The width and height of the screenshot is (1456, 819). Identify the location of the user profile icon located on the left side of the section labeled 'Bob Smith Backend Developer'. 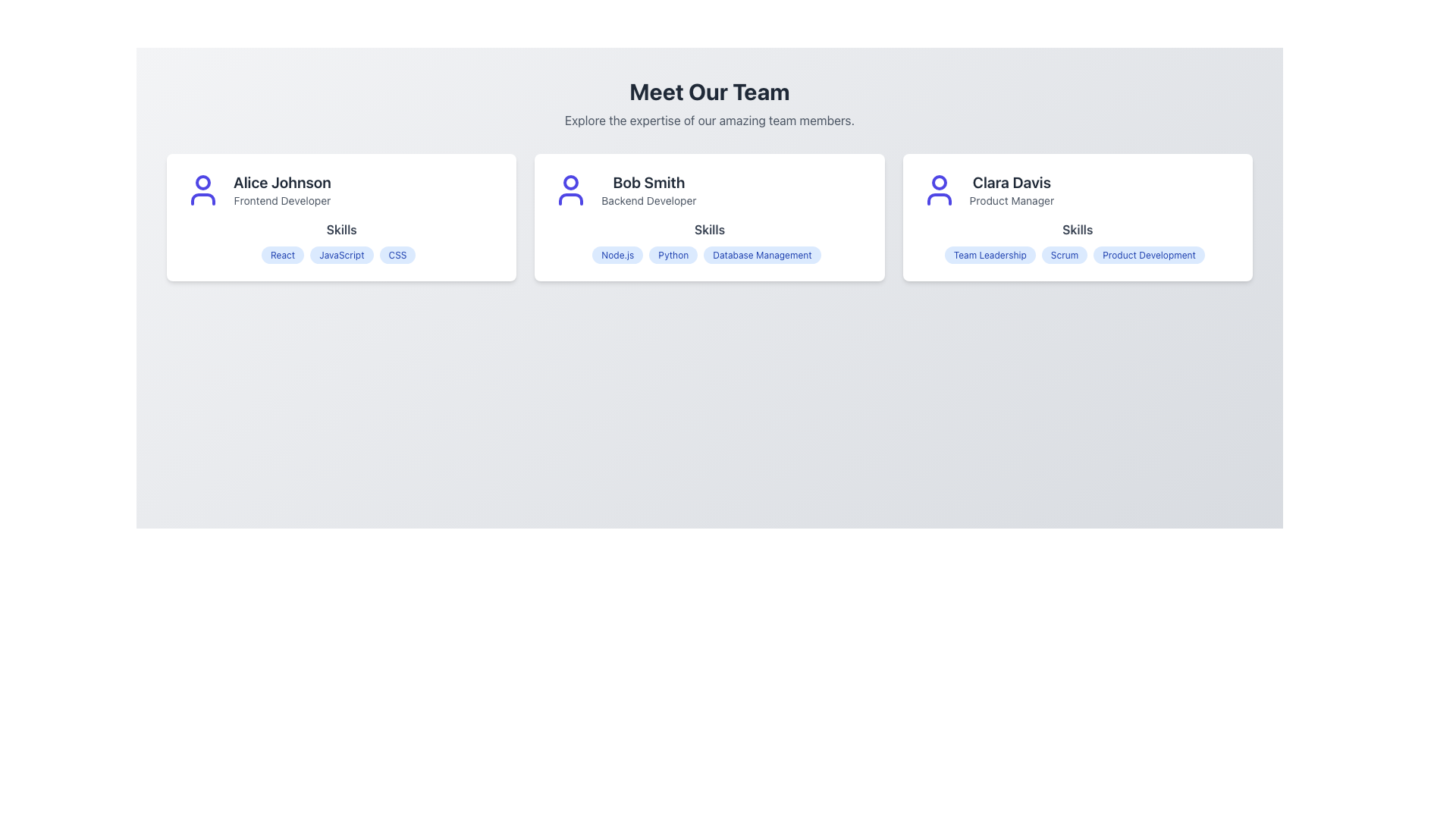
(570, 189).